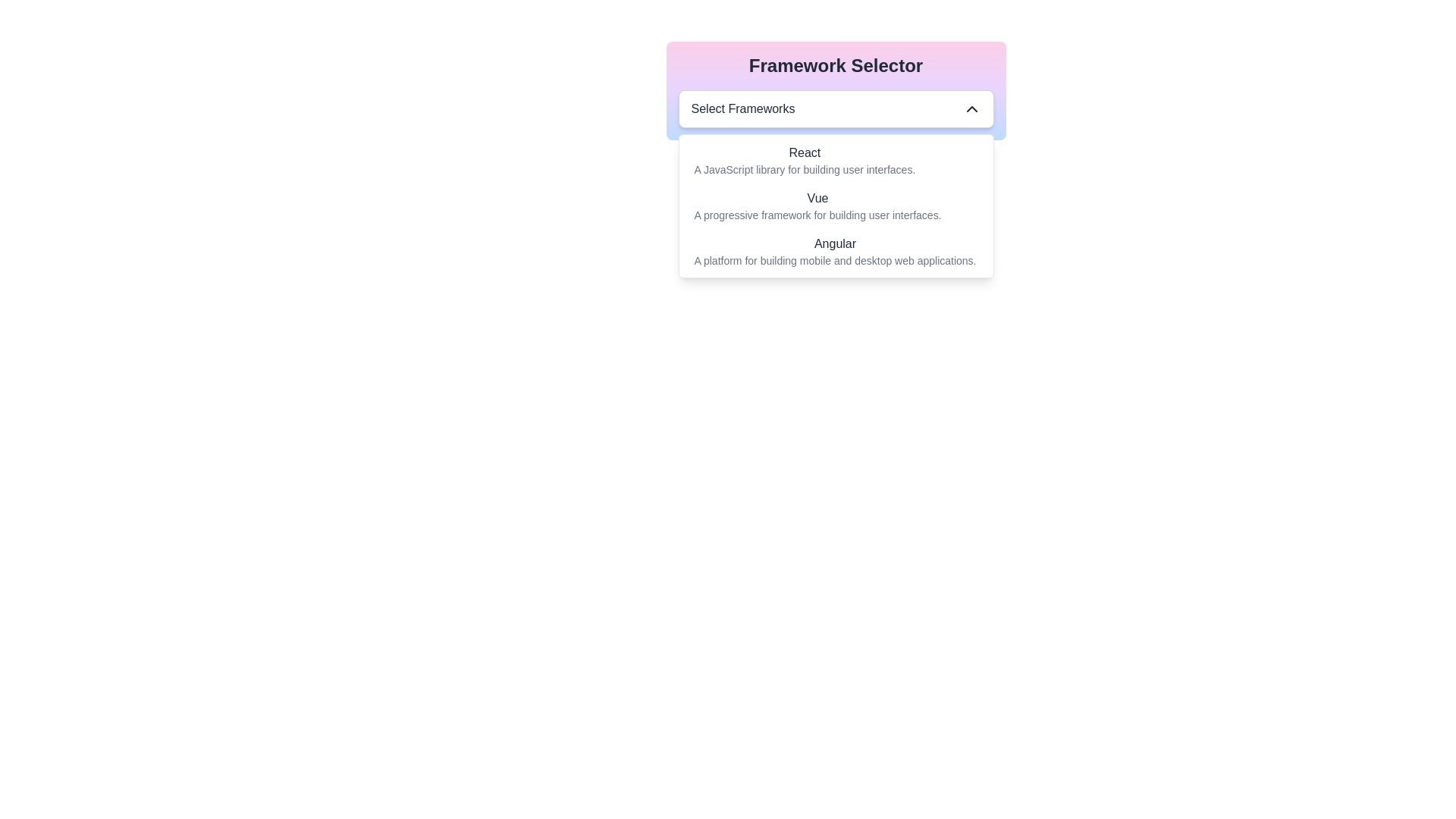  Describe the element at coordinates (835, 250) in the screenshot. I see `the third option in the 'Framework Selector' dropdown menu` at that location.